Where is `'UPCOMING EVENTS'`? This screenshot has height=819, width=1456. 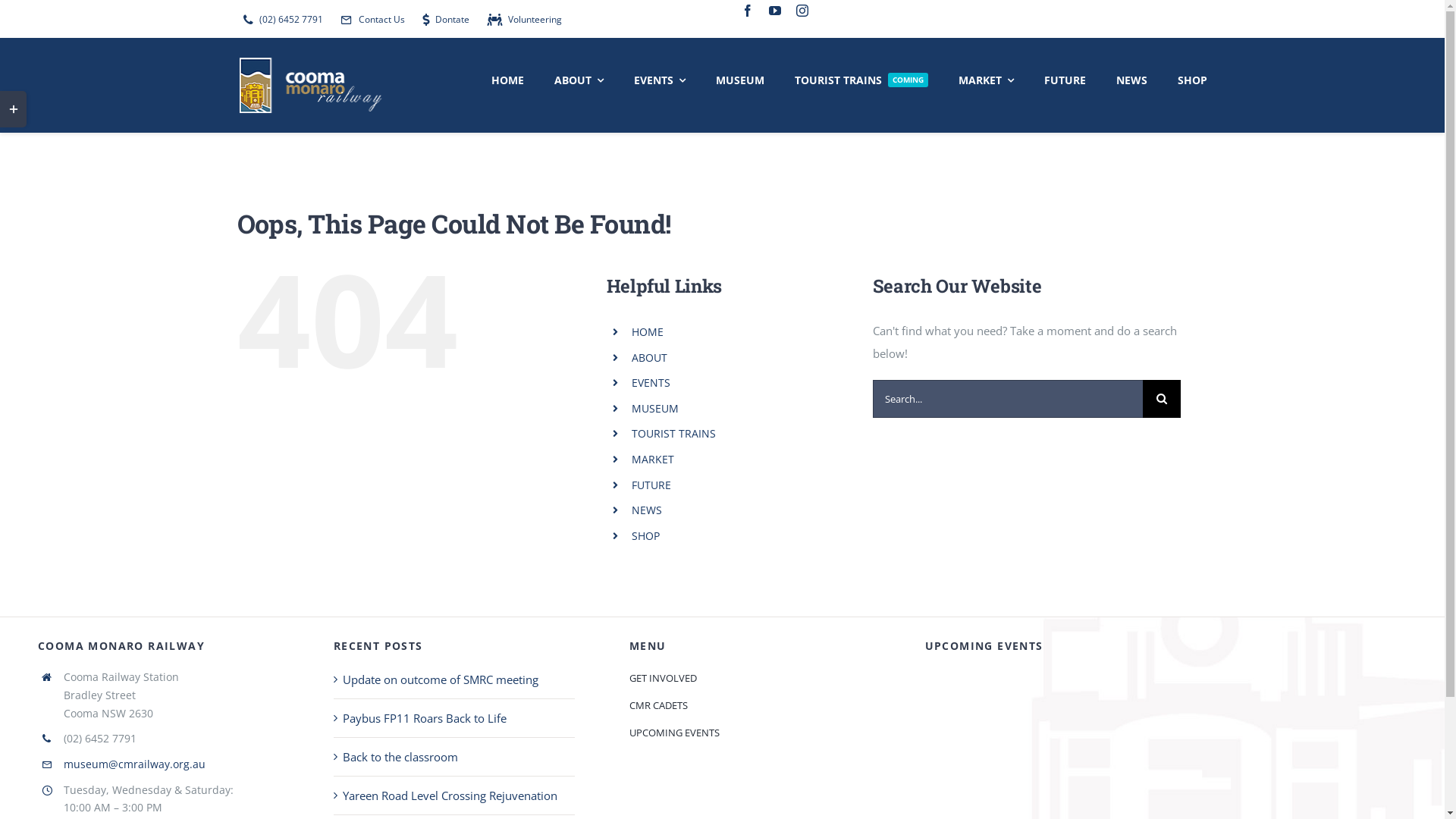
'UPCOMING EVENTS' is located at coordinates (629, 731).